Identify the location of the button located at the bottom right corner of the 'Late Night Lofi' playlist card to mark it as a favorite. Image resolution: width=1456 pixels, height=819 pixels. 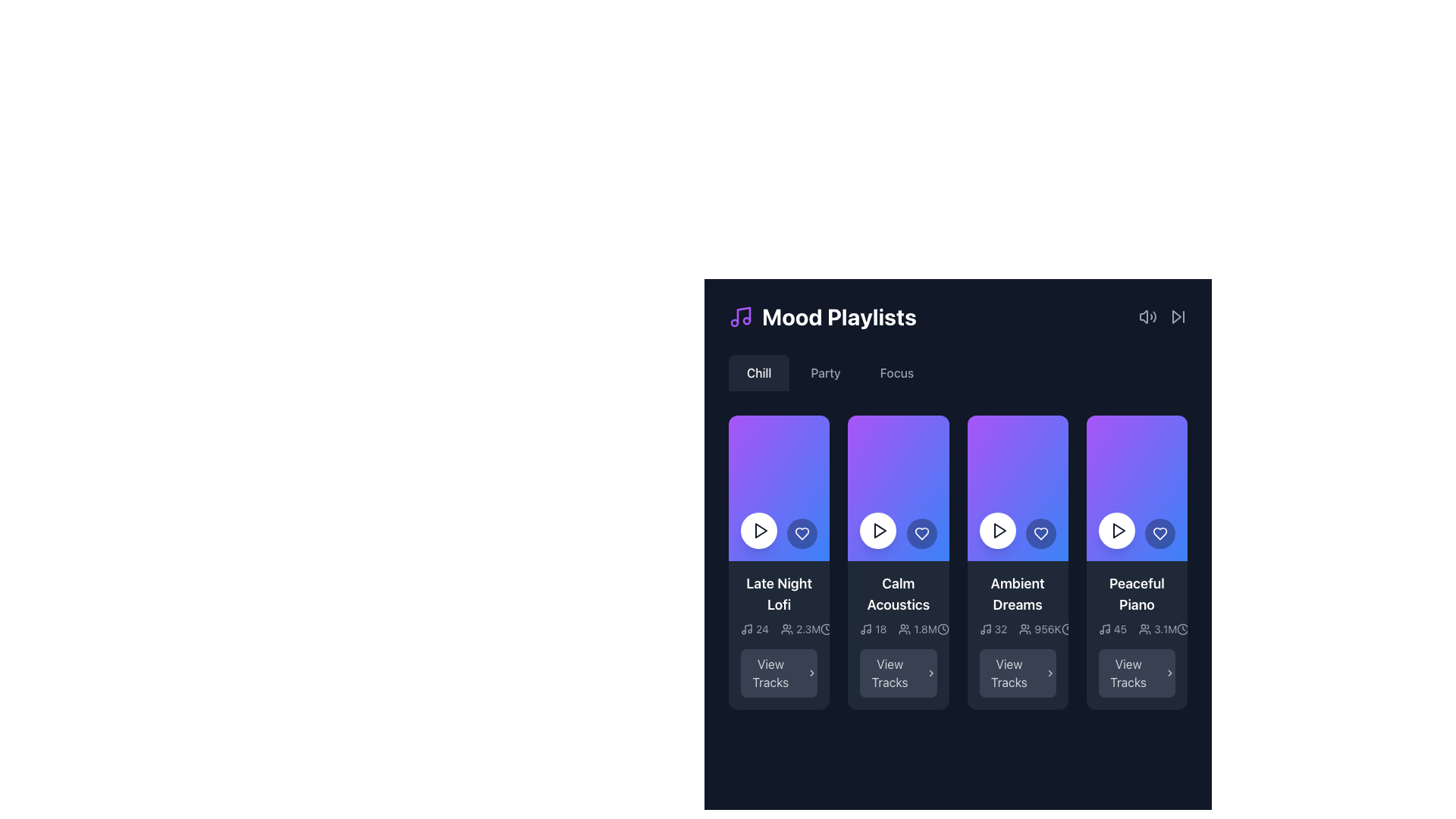
(802, 533).